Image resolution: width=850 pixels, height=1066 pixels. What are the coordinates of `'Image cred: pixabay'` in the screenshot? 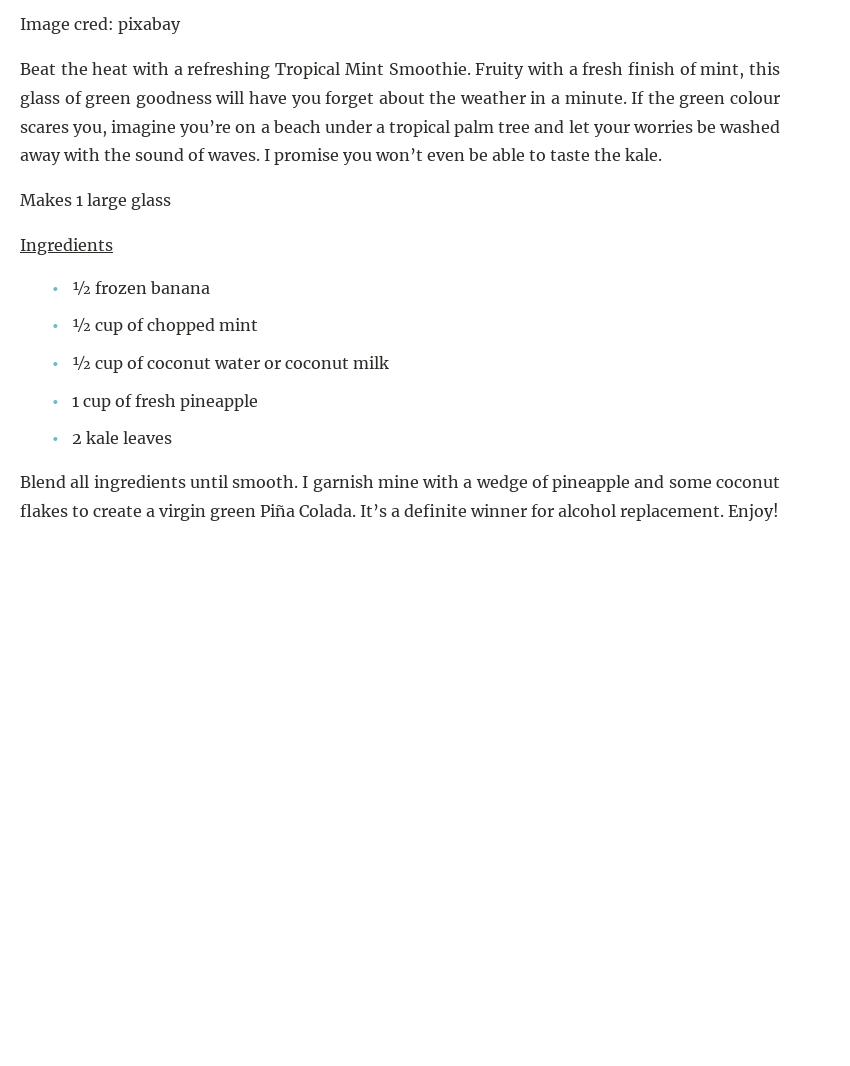 It's located at (18, 22).